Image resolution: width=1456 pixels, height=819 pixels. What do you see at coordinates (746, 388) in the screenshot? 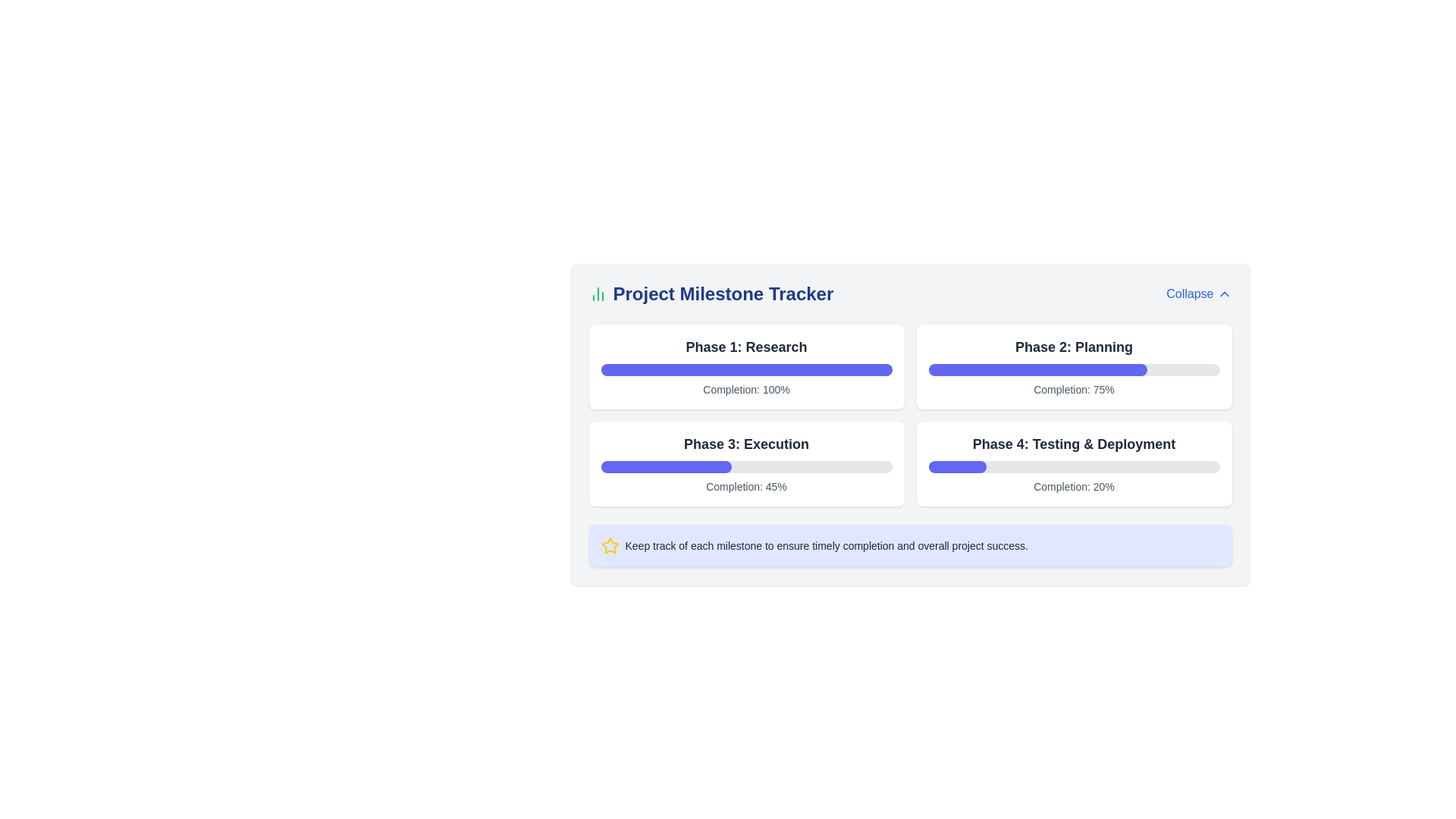
I see `the text element displaying 'Completion: 100%' which is located beneath the progress bar in the 'Phase 1: Research' card` at bounding box center [746, 388].